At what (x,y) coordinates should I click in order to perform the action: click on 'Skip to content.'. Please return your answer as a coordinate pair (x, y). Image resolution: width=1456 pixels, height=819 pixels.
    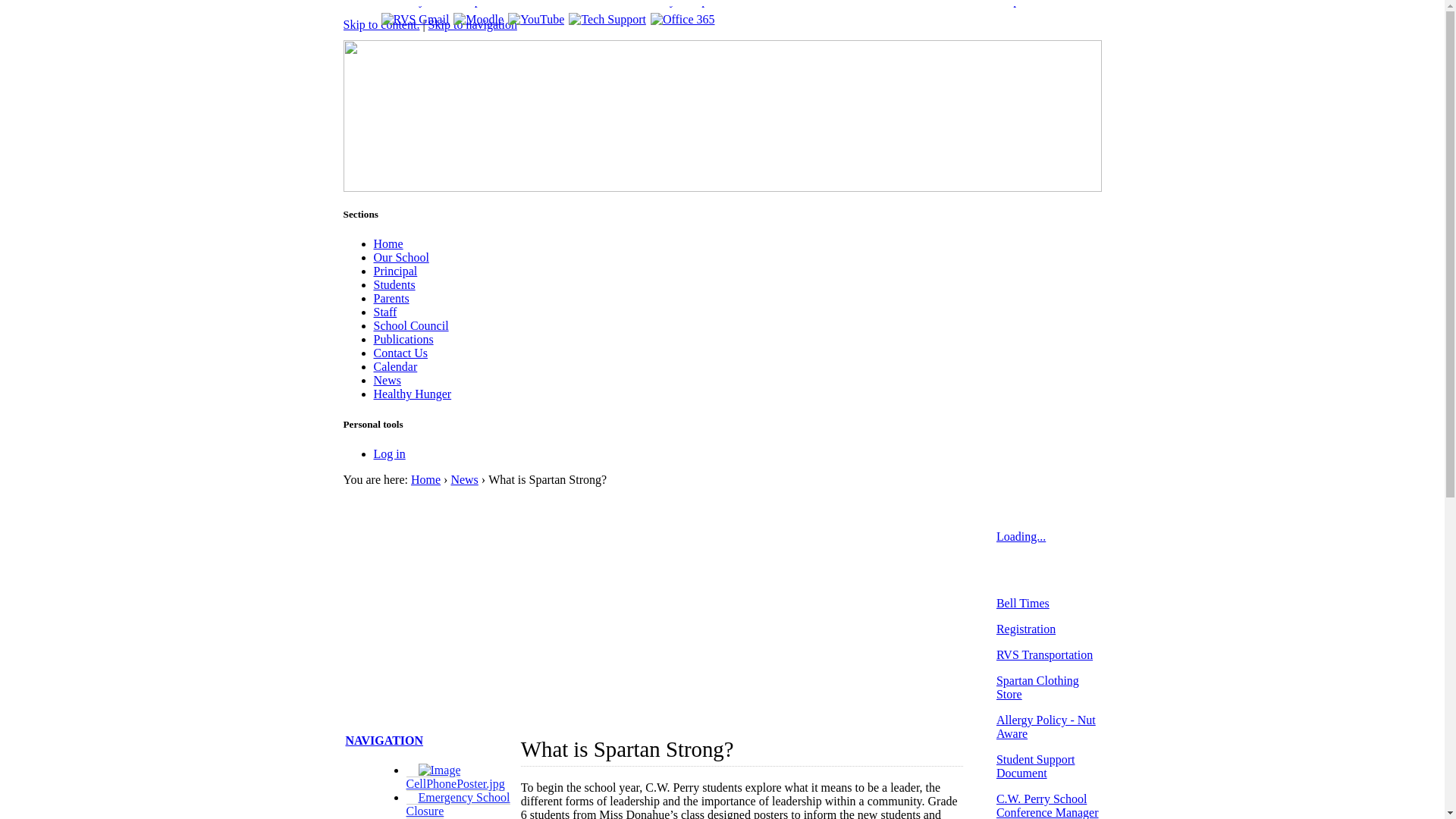
    Looking at the image, I should click on (381, 24).